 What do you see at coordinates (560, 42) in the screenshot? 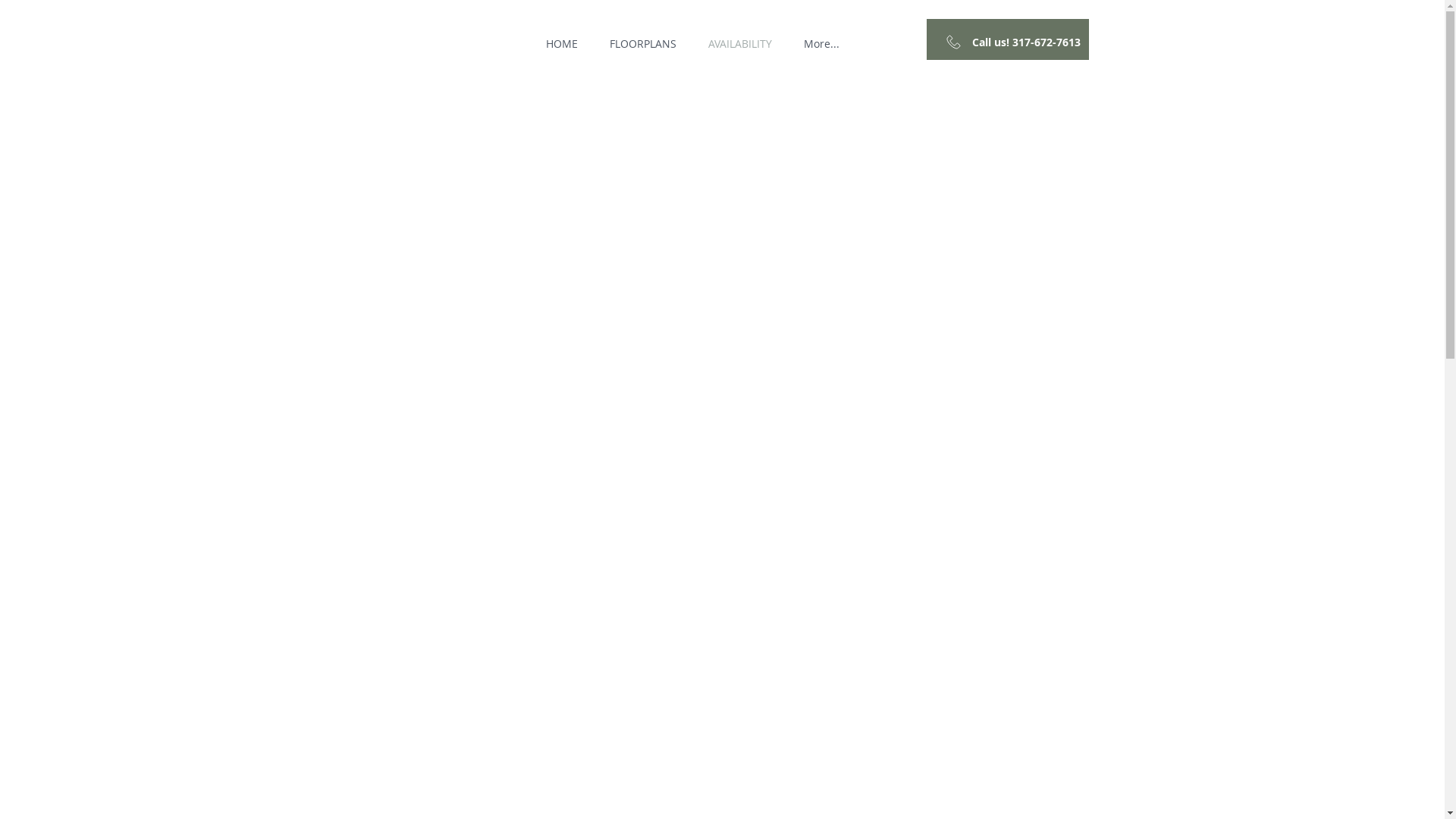
I see `'HOME'` at bounding box center [560, 42].